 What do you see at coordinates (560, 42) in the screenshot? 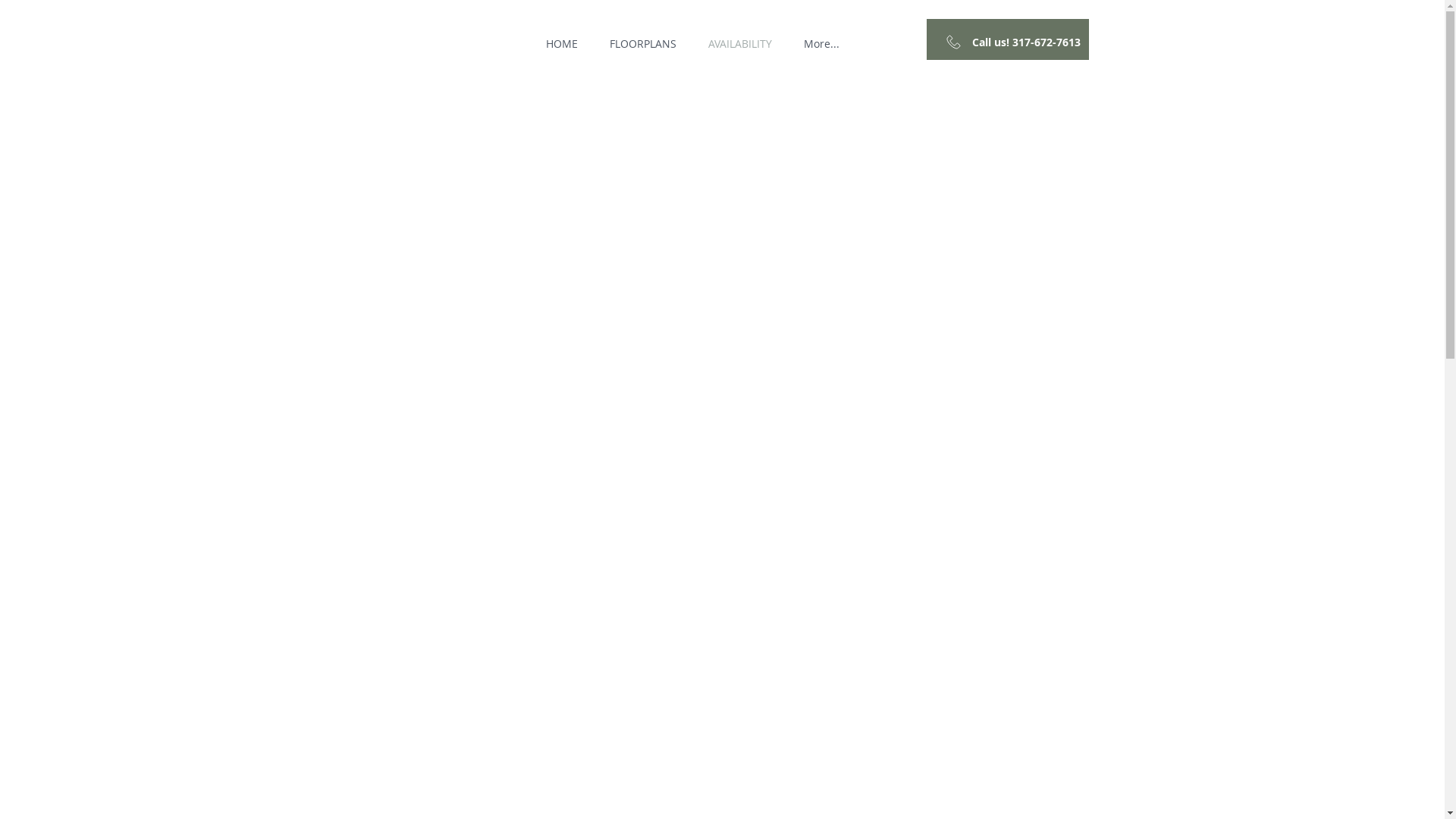
I see `'HOME'` at bounding box center [560, 42].